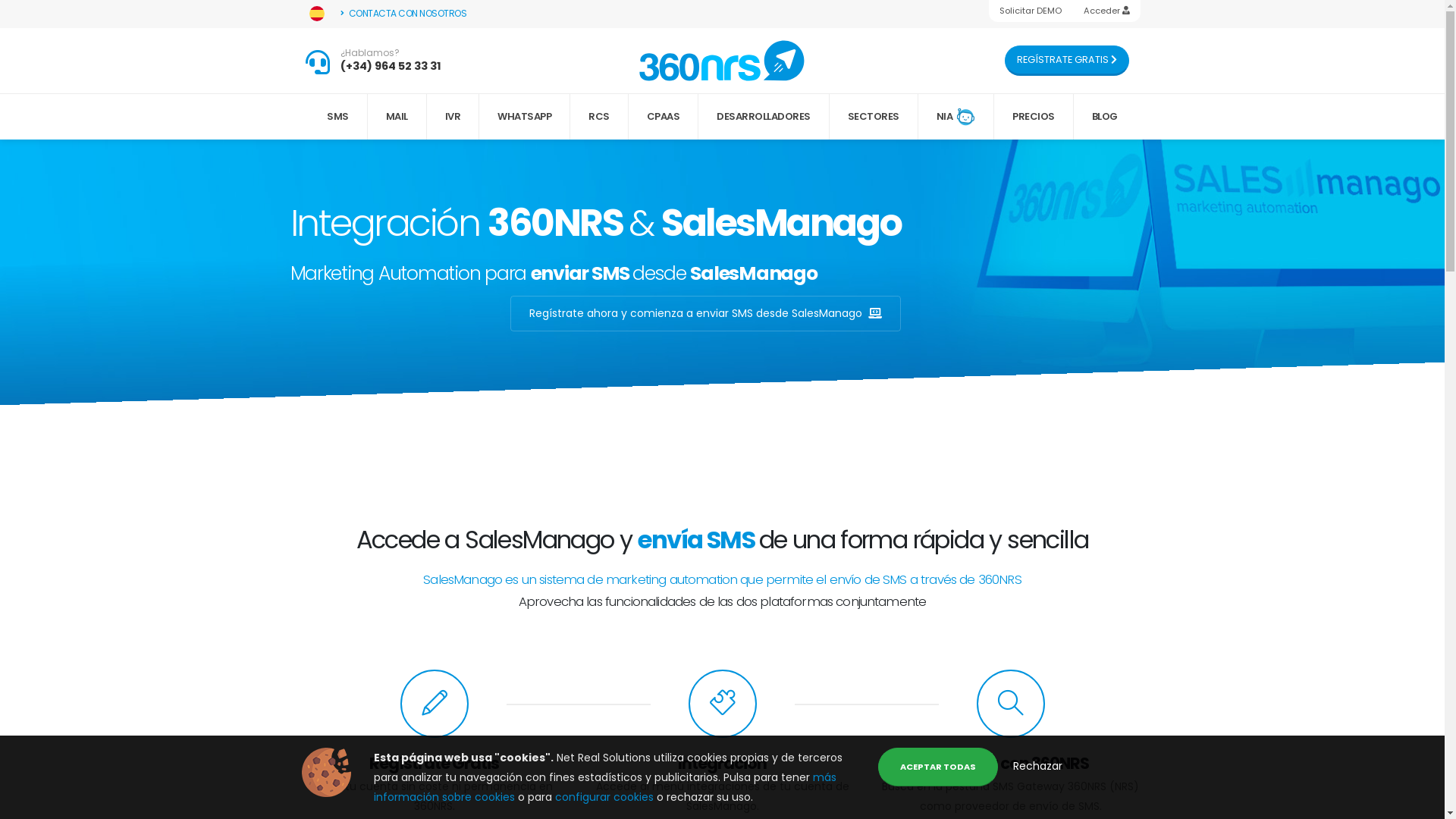  What do you see at coordinates (764, 116) in the screenshot?
I see `'DESARROLLADORES'` at bounding box center [764, 116].